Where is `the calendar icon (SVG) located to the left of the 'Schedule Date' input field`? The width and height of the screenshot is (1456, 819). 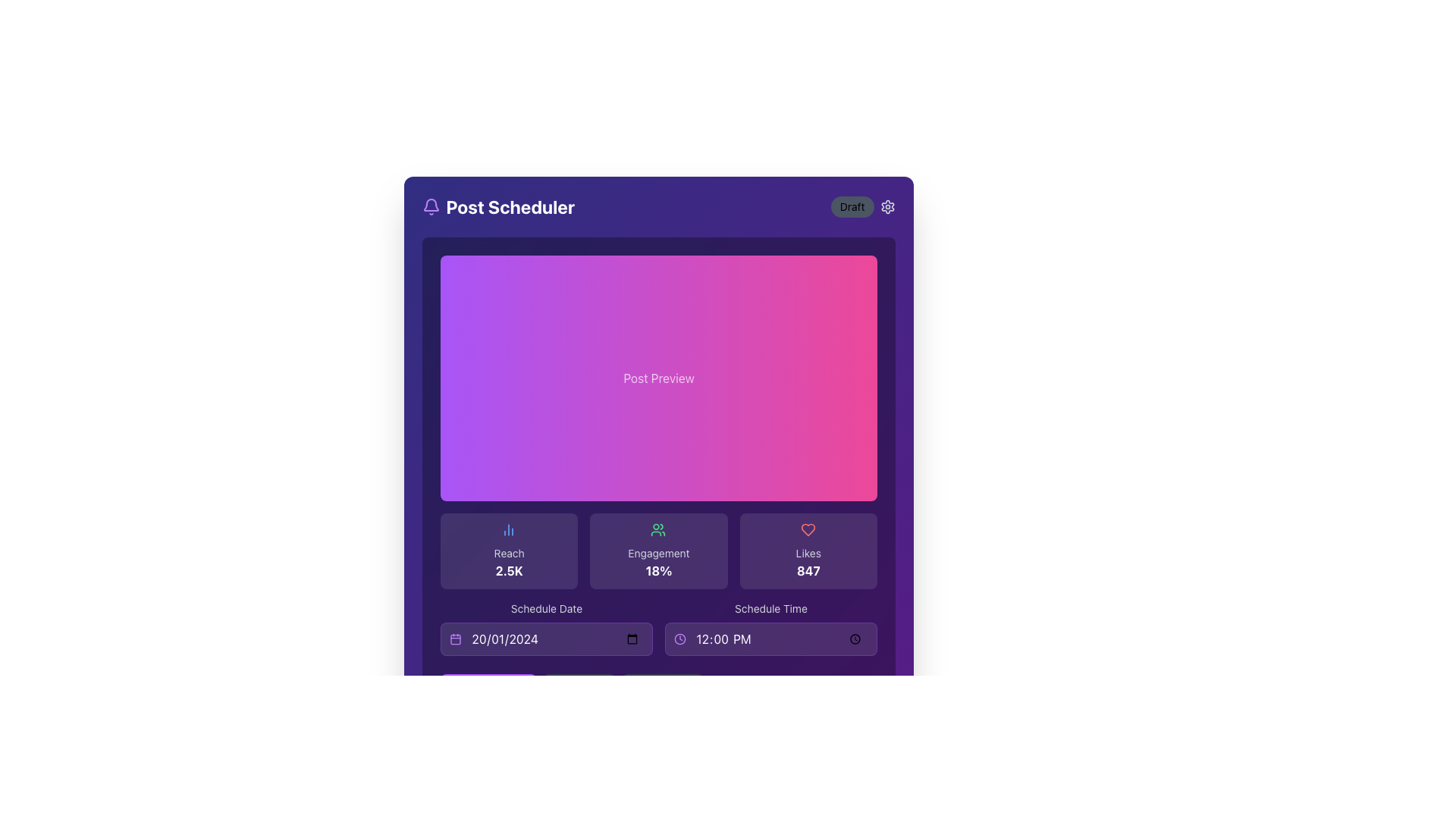
the calendar icon (SVG) located to the left of the 'Schedule Date' input field is located at coordinates (454, 639).